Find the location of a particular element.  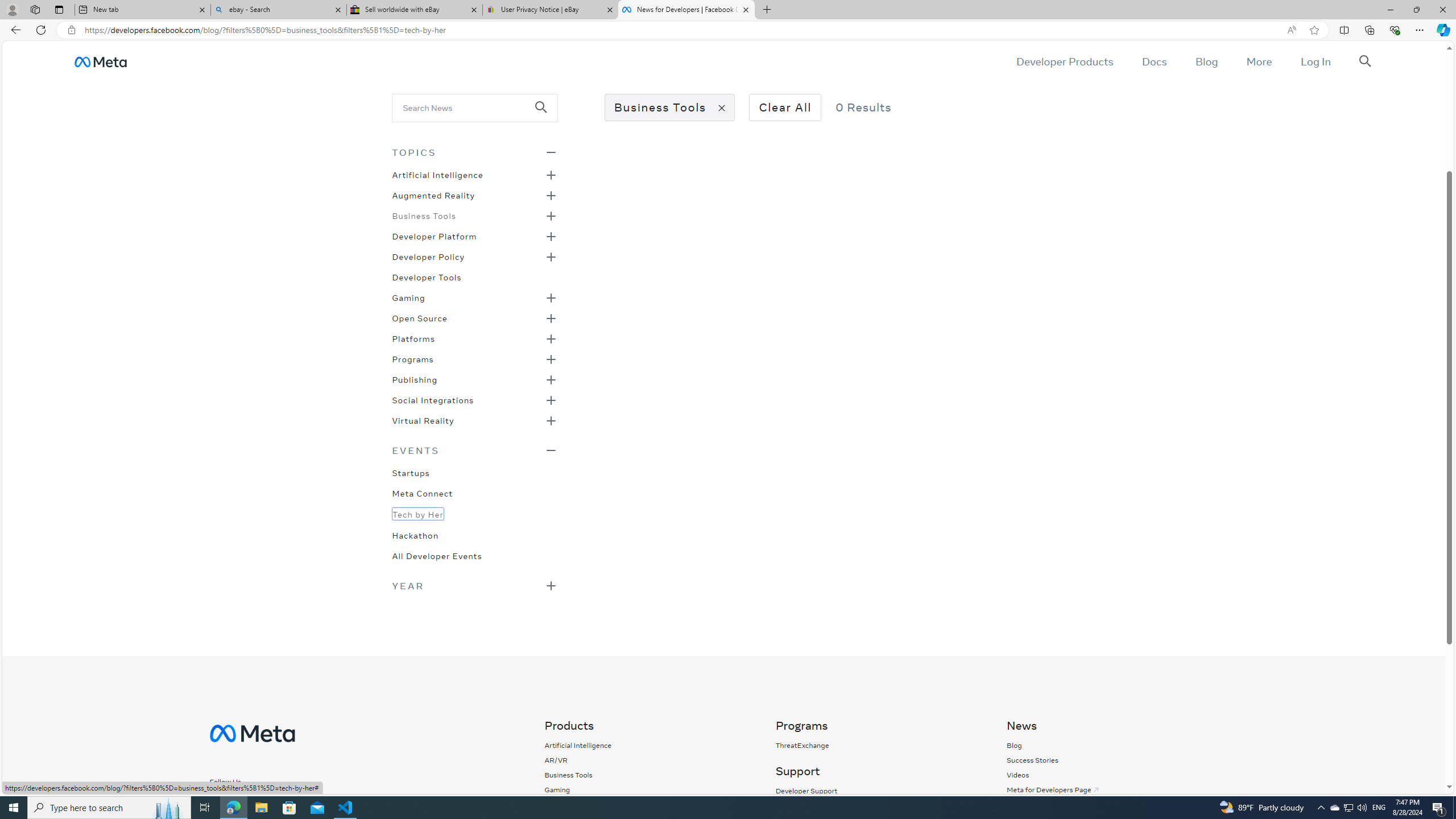

'Virtual Reality' is located at coordinates (422, 419).